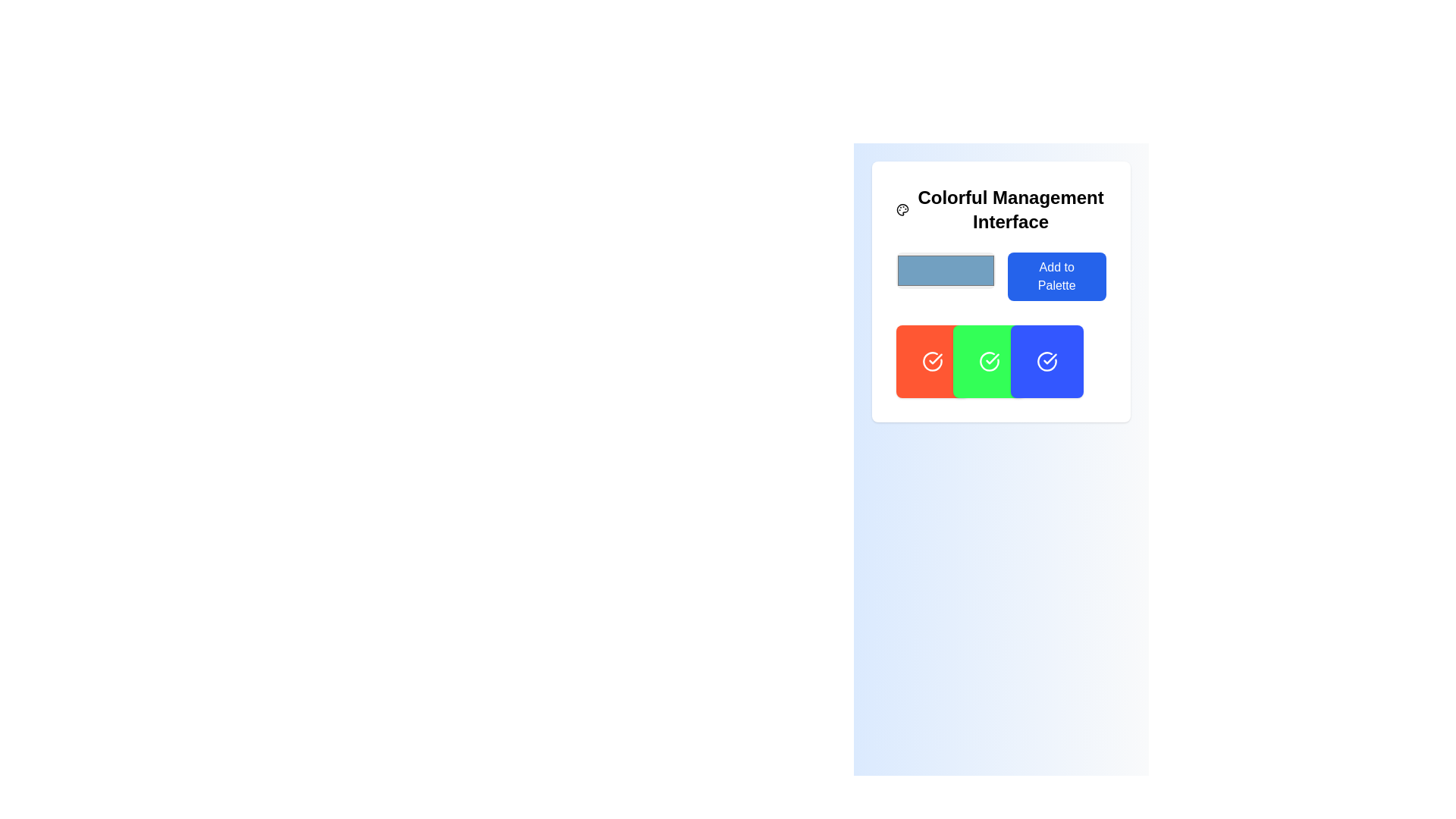 Image resolution: width=1456 pixels, height=819 pixels. What do you see at coordinates (1001, 362) in the screenshot?
I see `the second block` at bounding box center [1001, 362].